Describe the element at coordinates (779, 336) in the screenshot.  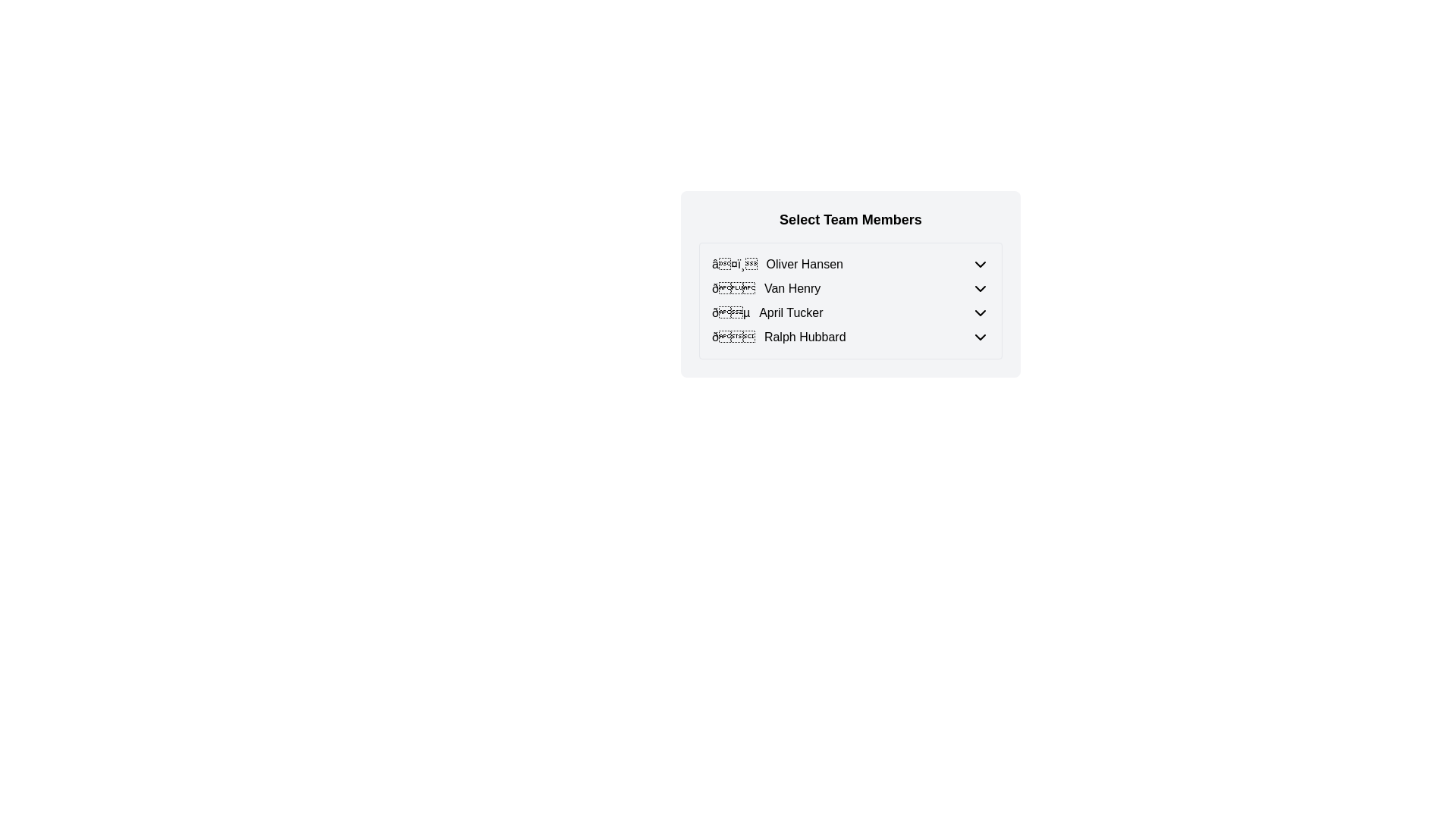
I see `the fourth list item` at that location.